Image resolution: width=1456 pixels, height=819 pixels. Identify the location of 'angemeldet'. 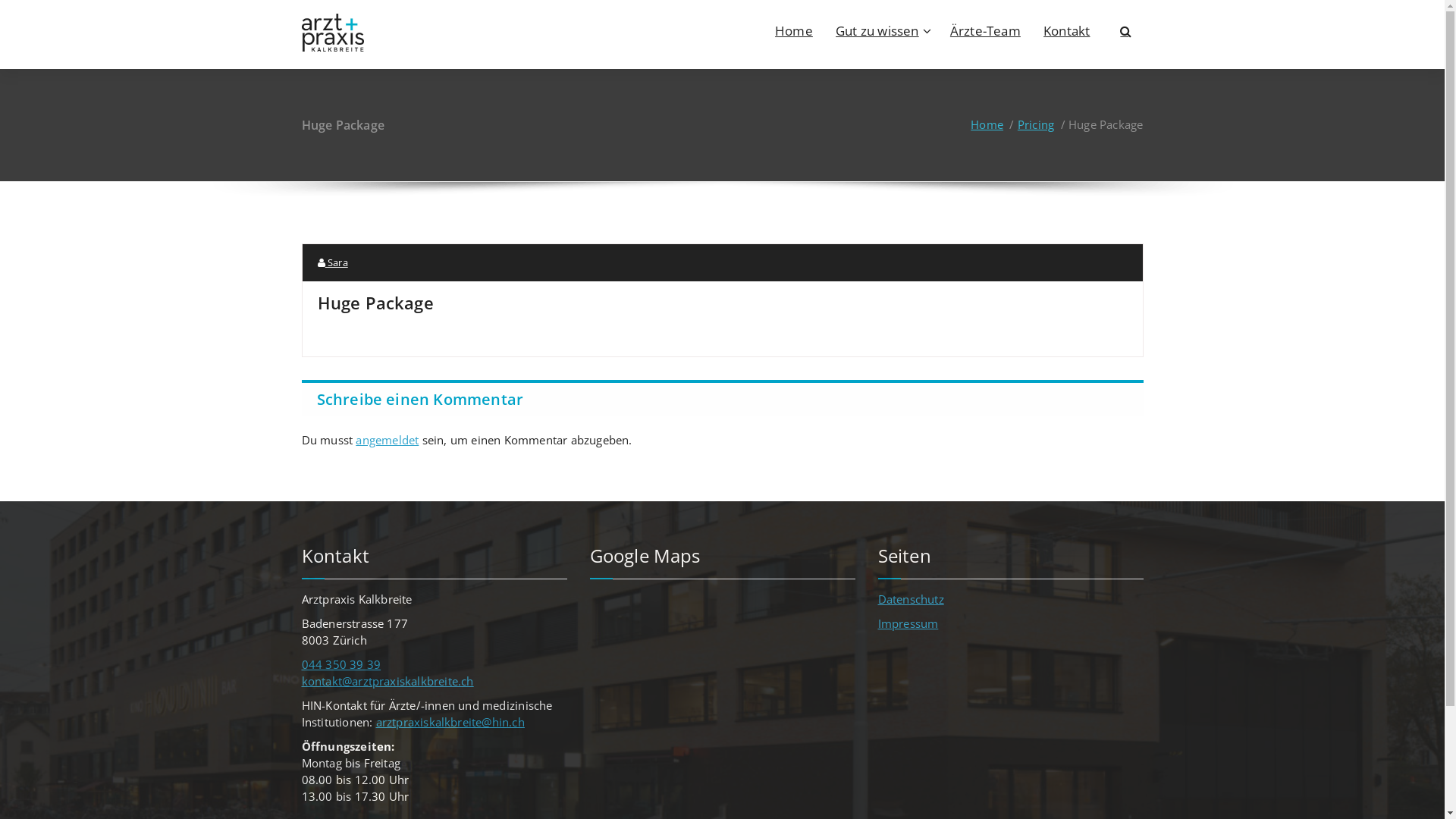
(387, 439).